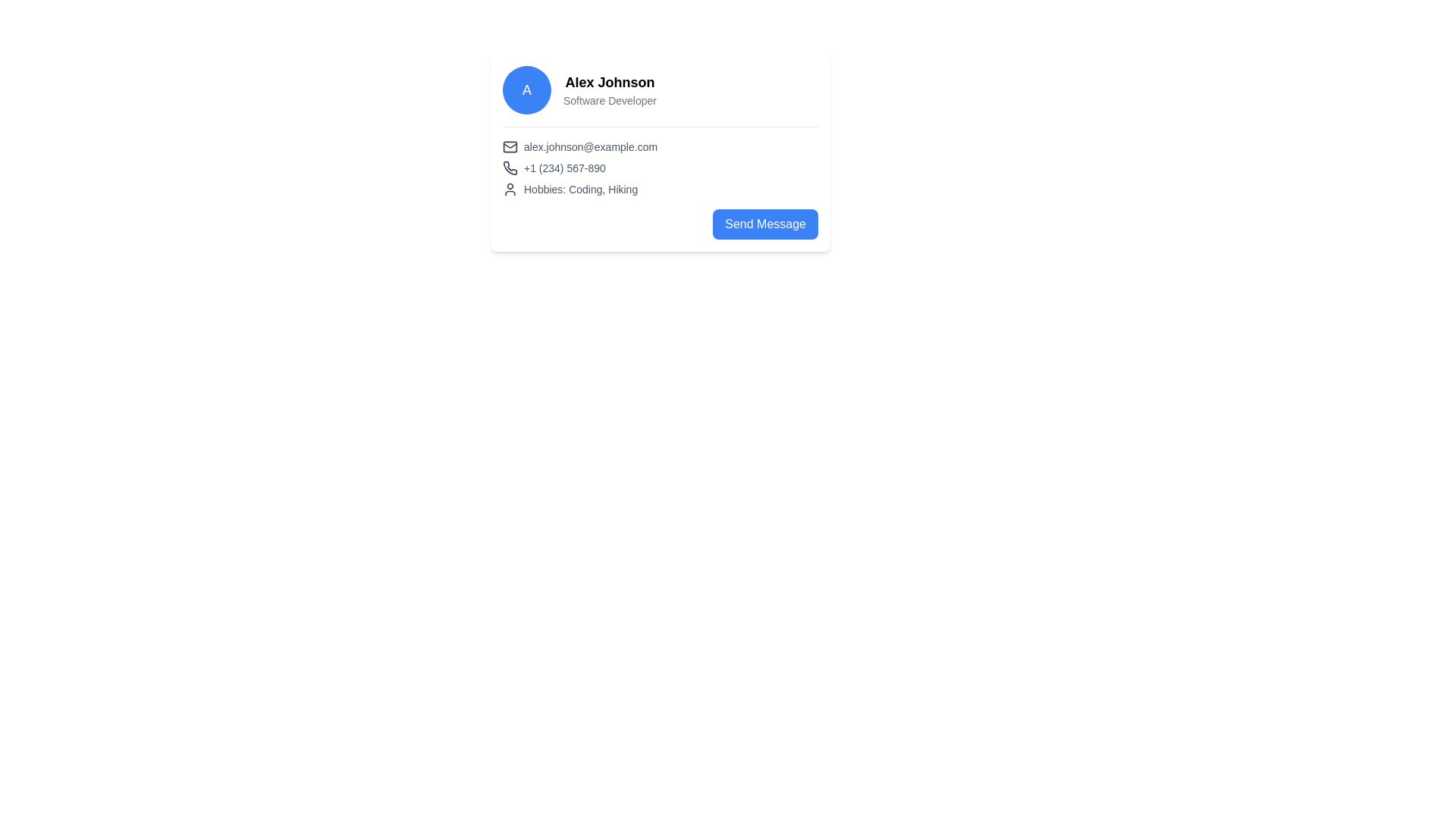 This screenshot has width=1456, height=819. I want to click on the Text Label that represents the user's name, located to the right of the blue circular avatar labeled 'A' and above the subtitle 'Software Developer', so click(610, 82).